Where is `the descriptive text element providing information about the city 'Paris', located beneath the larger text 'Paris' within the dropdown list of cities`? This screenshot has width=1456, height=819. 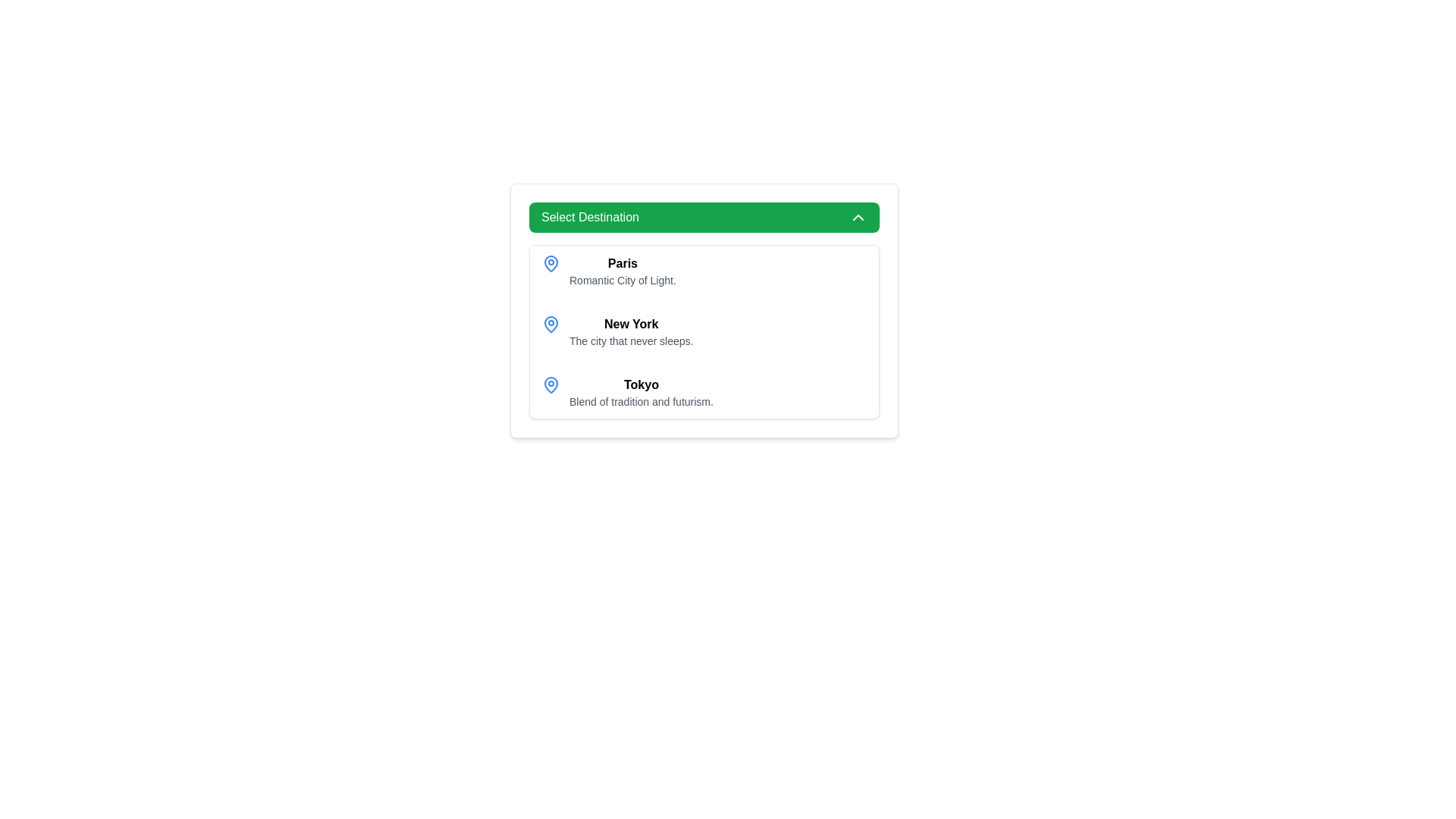 the descriptive text element providing information about the city 'Paris', located beneath the larger text 'Paris' within the dropdown list of cities is located at coordinates (623, 281).